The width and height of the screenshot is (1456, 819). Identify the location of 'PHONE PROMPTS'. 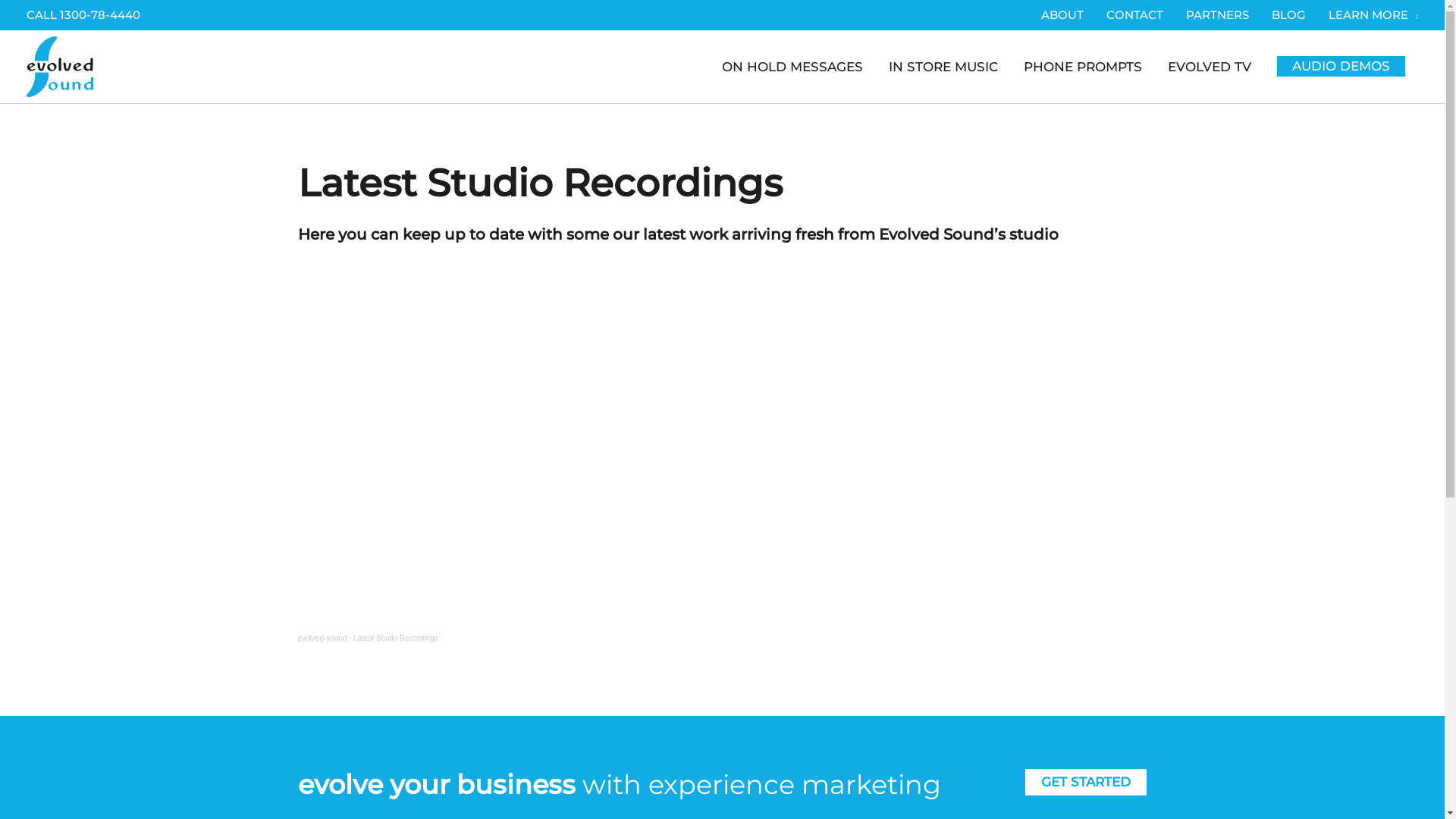
(1081, 66).